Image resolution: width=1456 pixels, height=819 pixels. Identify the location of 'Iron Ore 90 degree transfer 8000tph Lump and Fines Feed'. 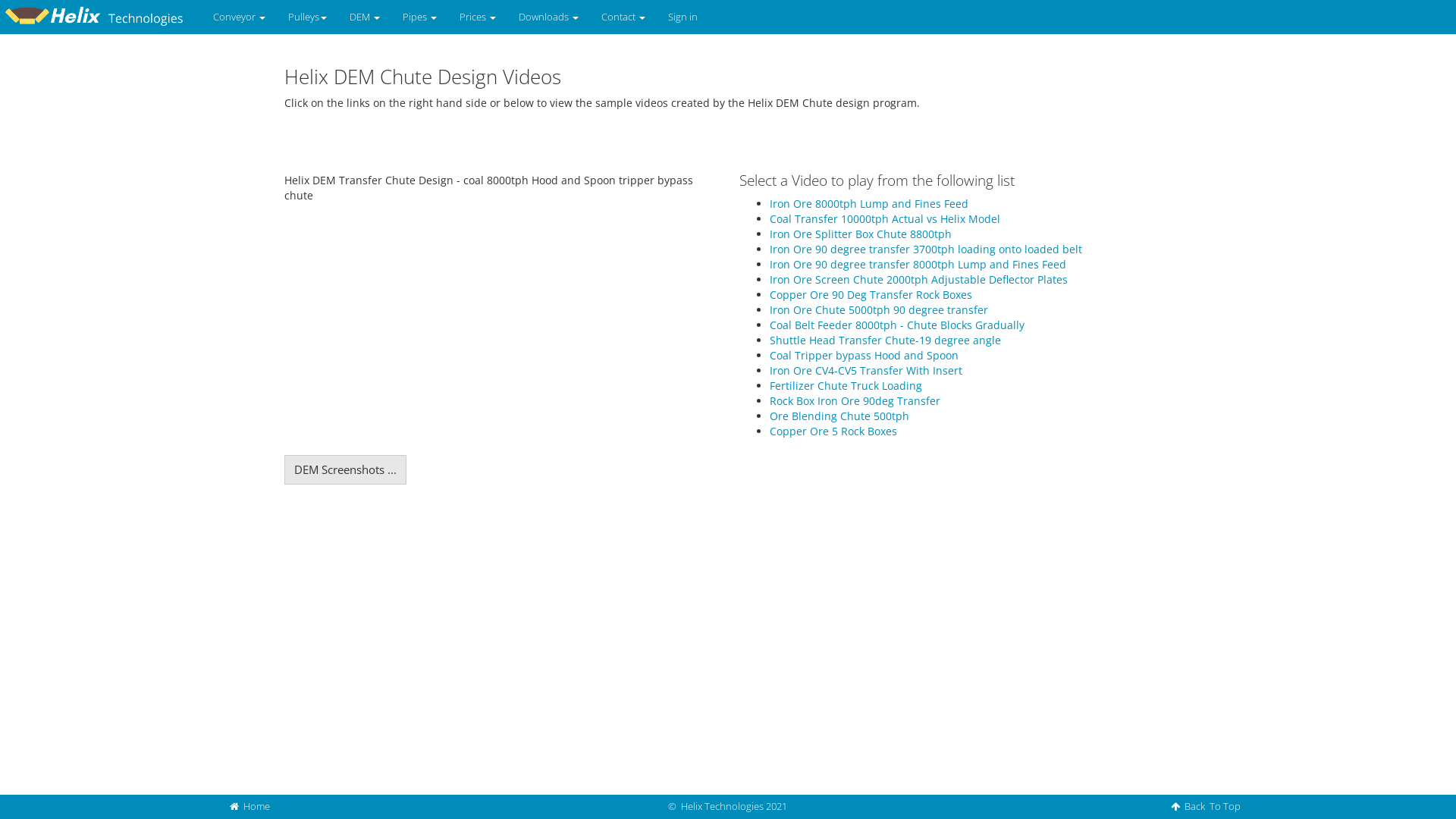
(769, 263).